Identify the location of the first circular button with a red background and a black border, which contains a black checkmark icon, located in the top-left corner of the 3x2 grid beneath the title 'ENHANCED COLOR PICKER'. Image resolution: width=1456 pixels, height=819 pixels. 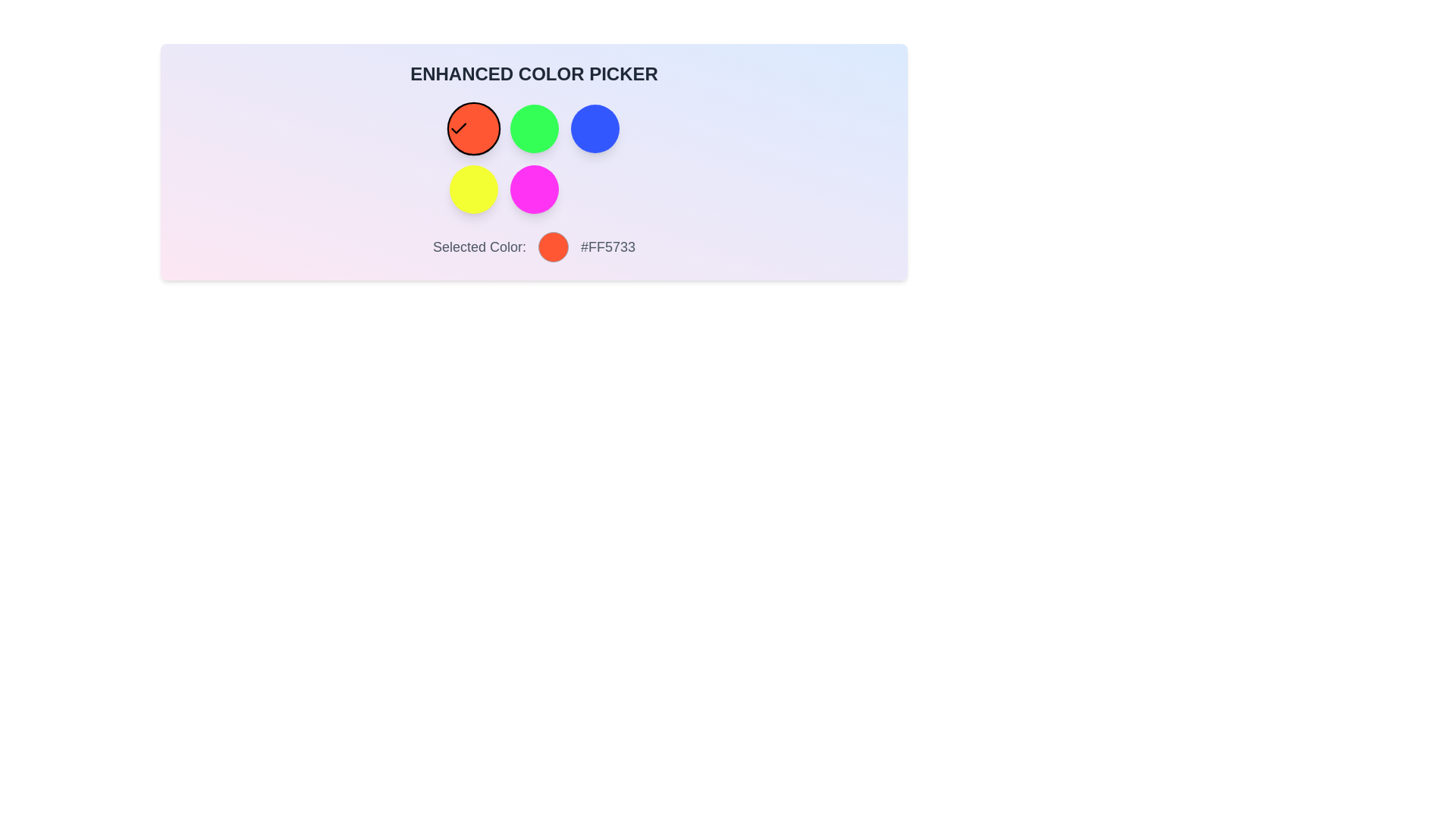
(472, 127).